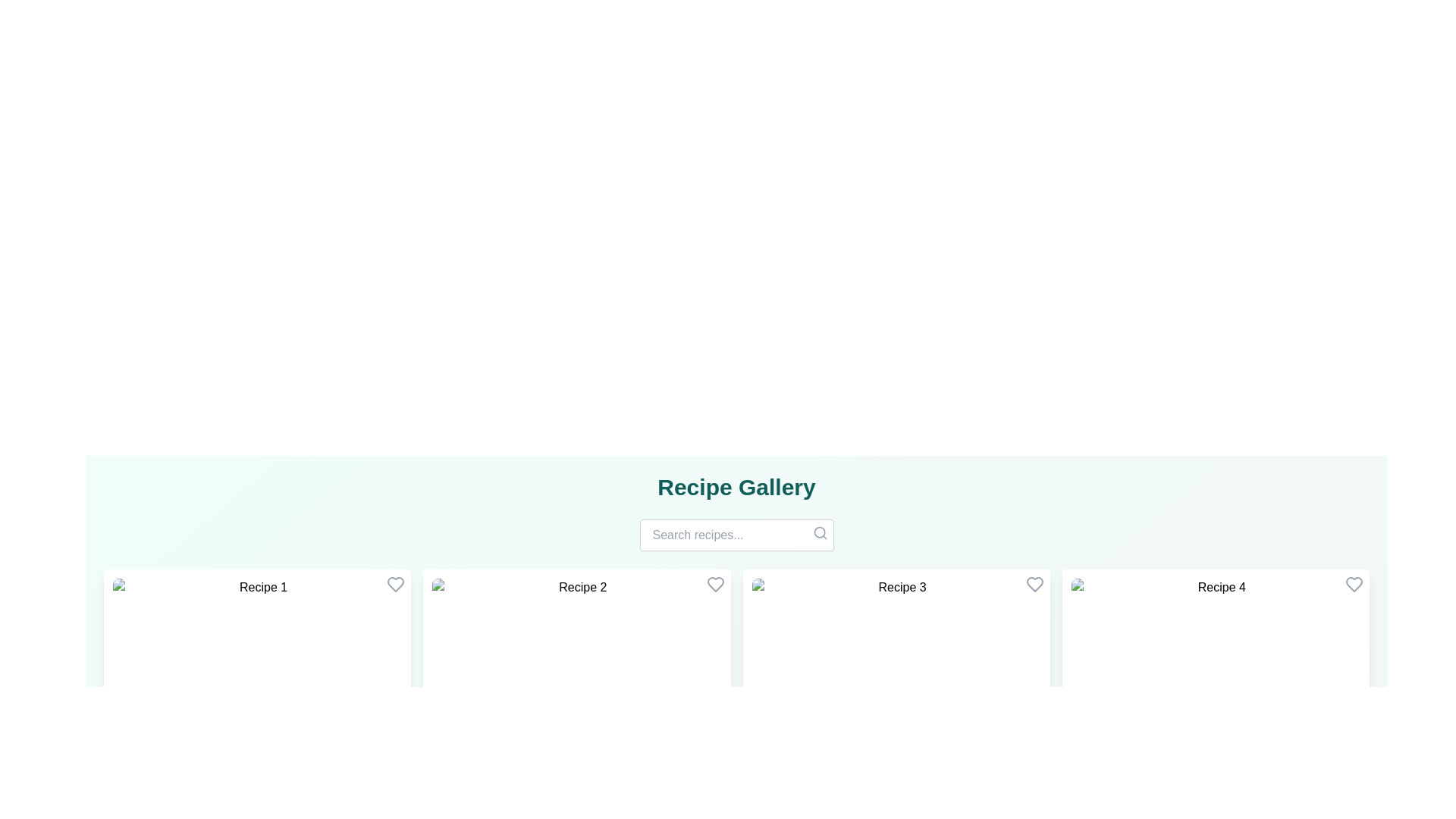 Image resolution: width=1456 pixels, height=819 pixels. What do you see at coordinates (1034, 584) in the screenshot?
I see `the heart-shaped icon with a gray stroke located at the top-right corner of the third recipe card in the grid` at bounding box center [1034, 584].